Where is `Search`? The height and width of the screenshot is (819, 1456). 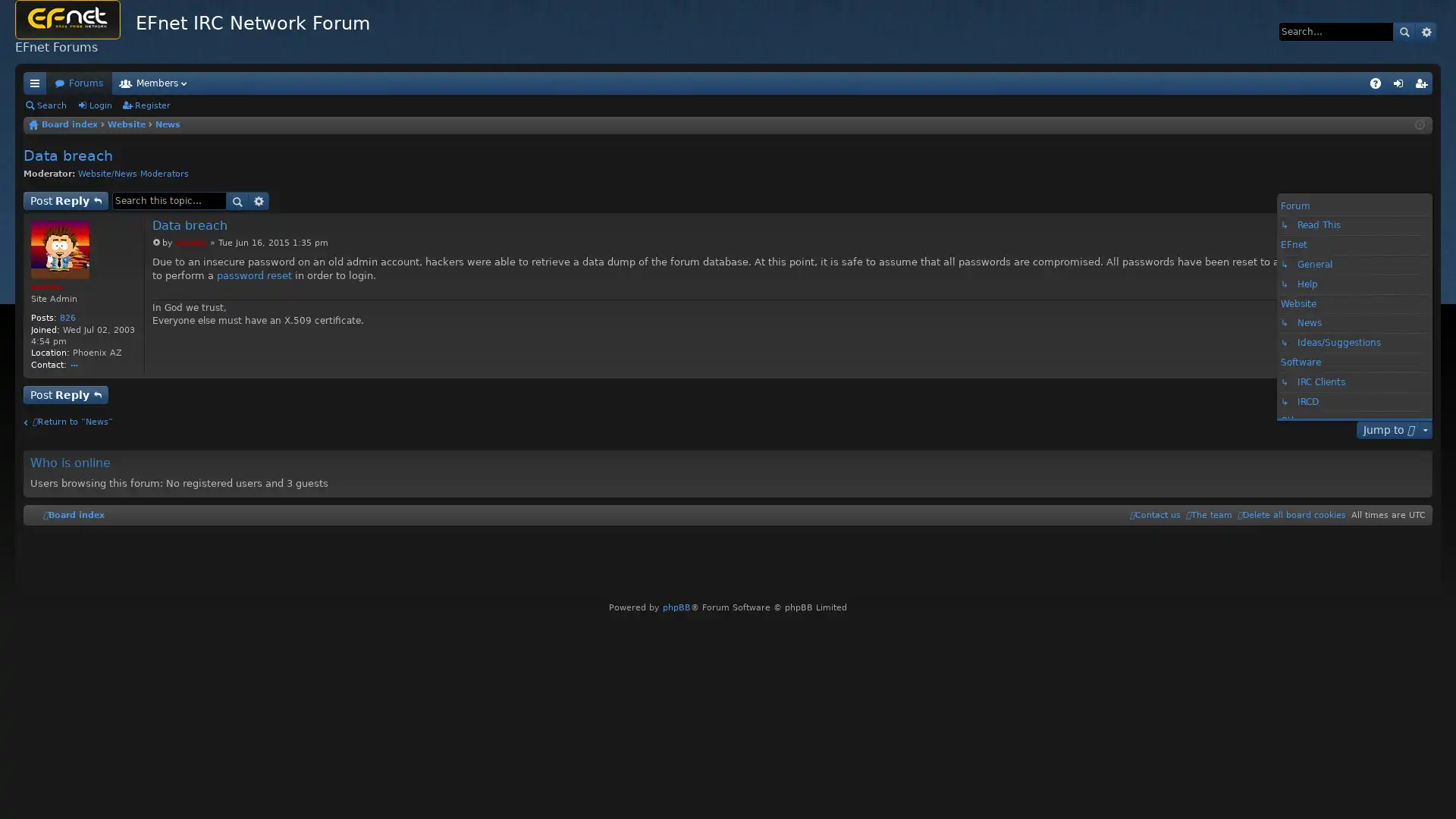
Search is located at coordinates (1404, 31).